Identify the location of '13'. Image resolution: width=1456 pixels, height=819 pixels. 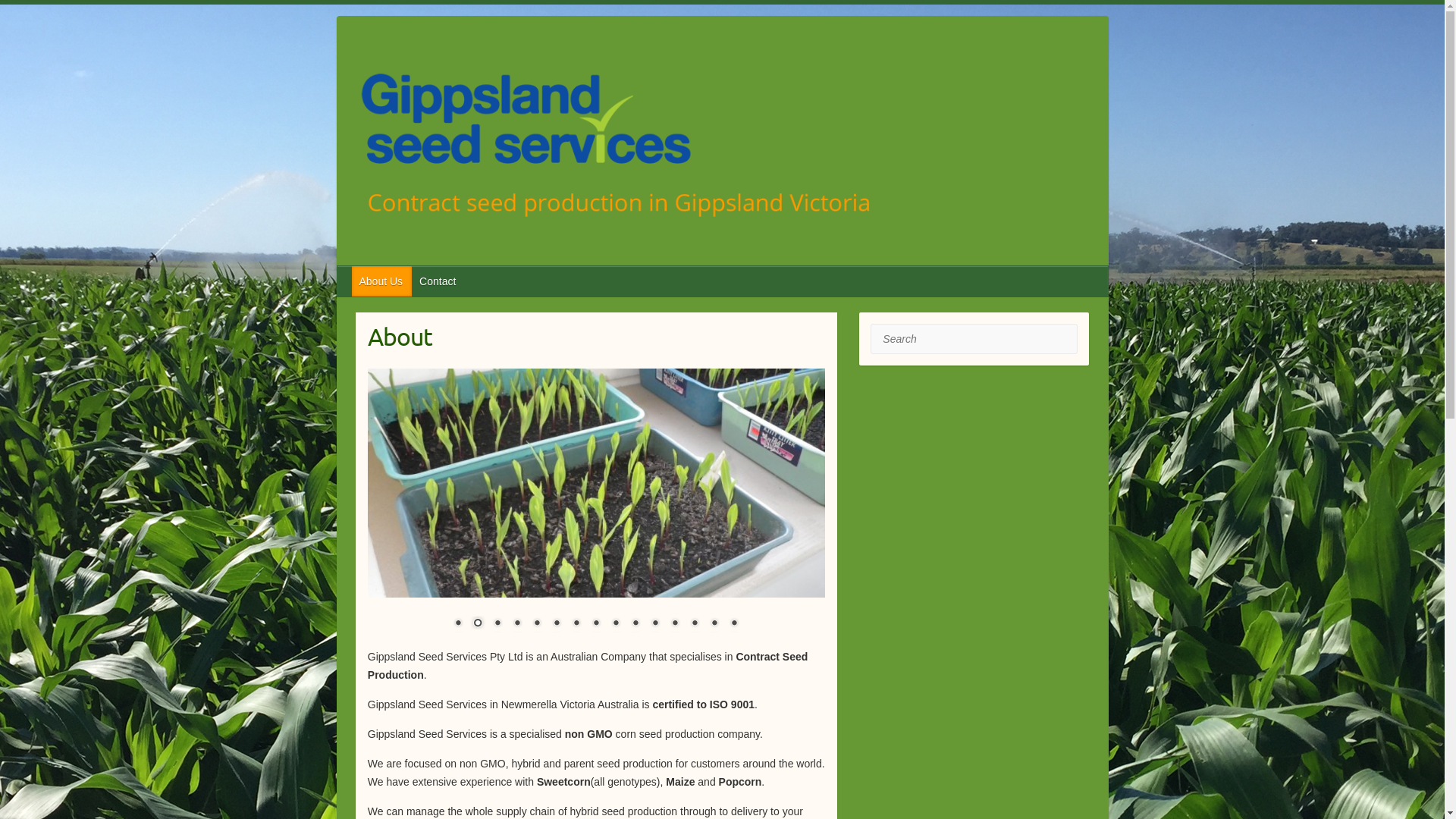
(694, 623).